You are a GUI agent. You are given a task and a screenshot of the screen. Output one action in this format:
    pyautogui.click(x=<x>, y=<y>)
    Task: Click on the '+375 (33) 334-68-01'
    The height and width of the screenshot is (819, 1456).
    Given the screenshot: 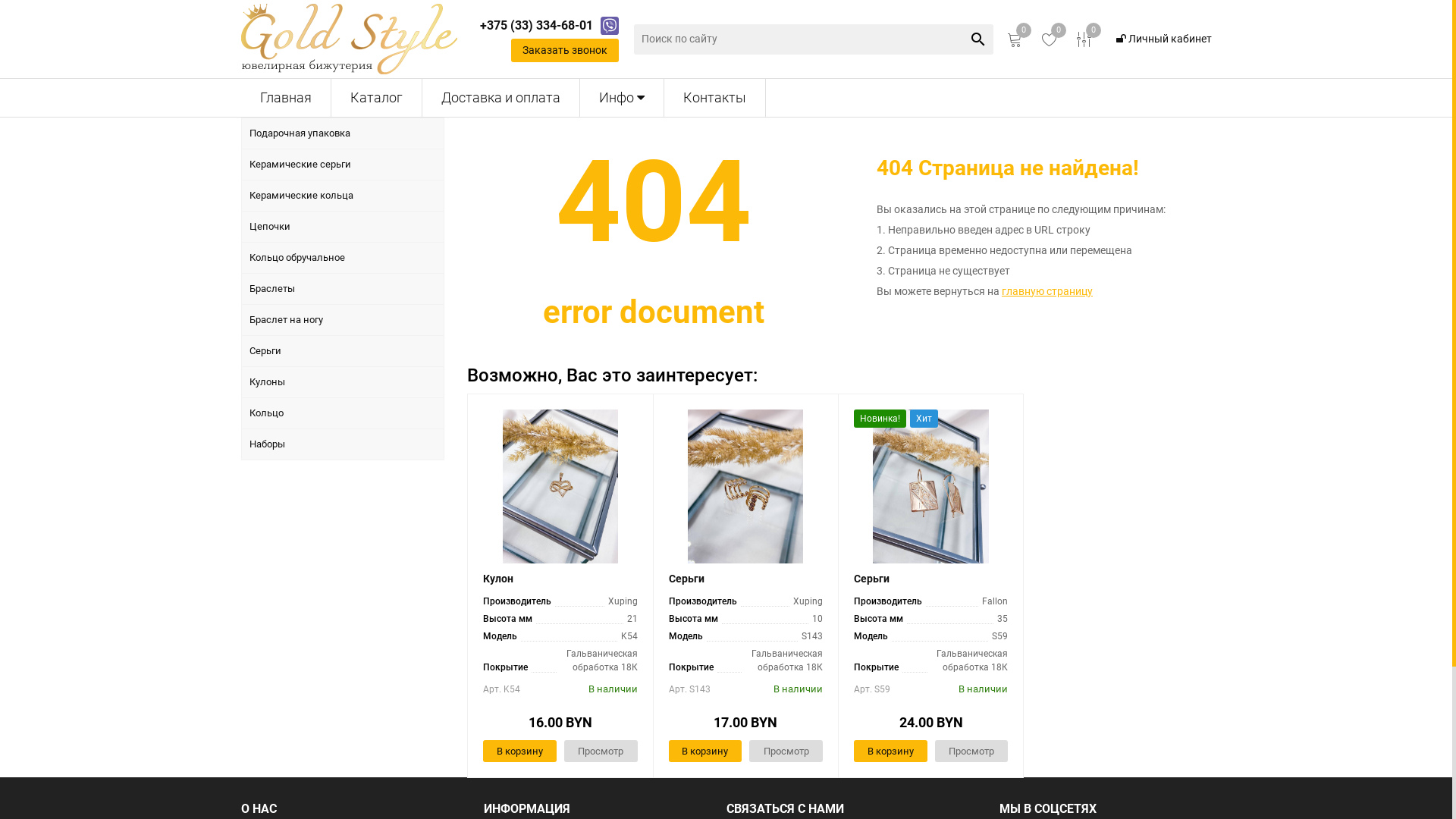 What is the action you would take?
    pyautogui.click(x=535, y=26)
    